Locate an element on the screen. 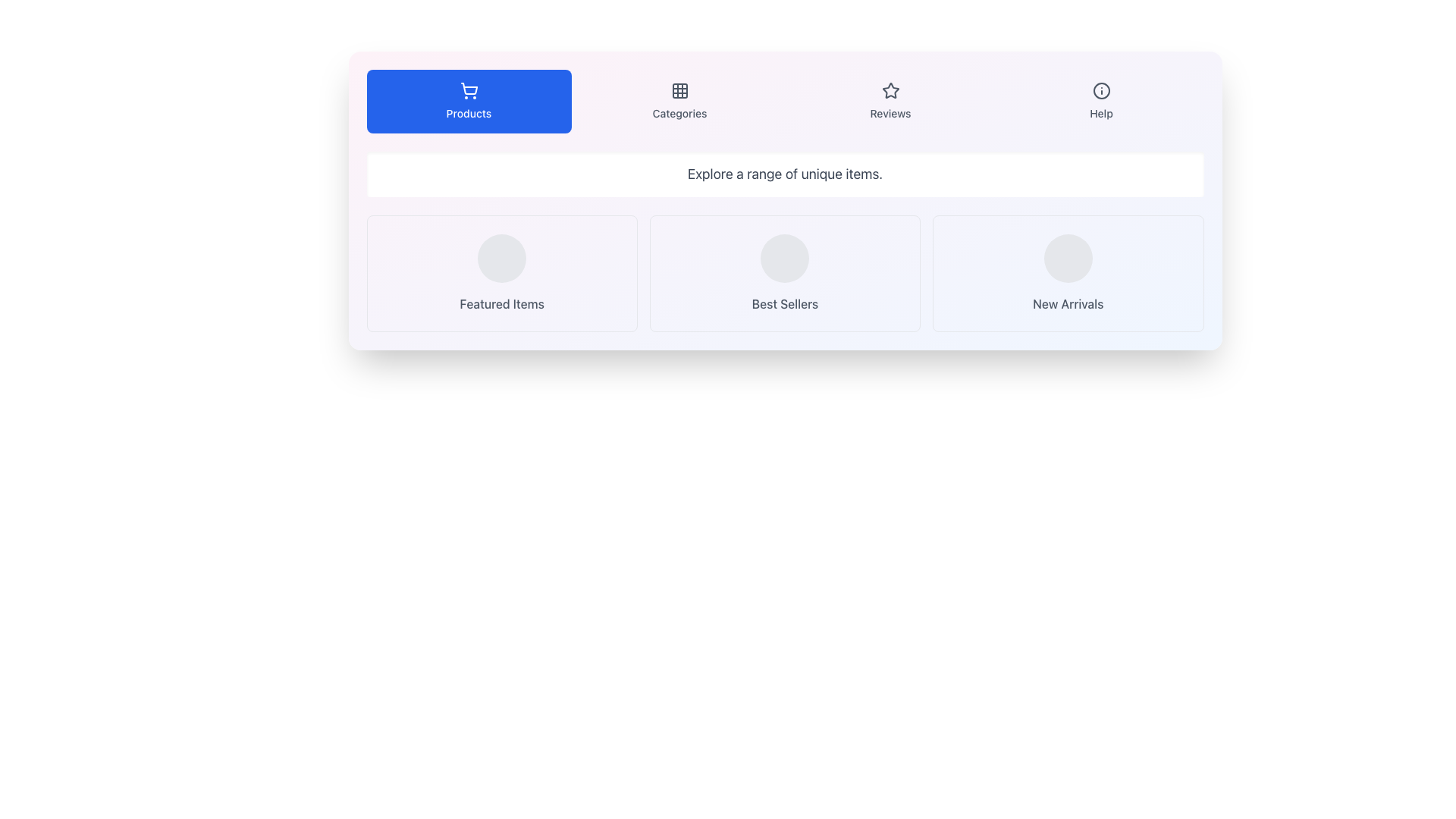 The width and height of the screenshot is (1456, 819). the 'Categories' label, which is the text label of the second button from the left in the horizontal navigation group at the top of the interface, located below a grid icon is located at coordinates (679, 113).